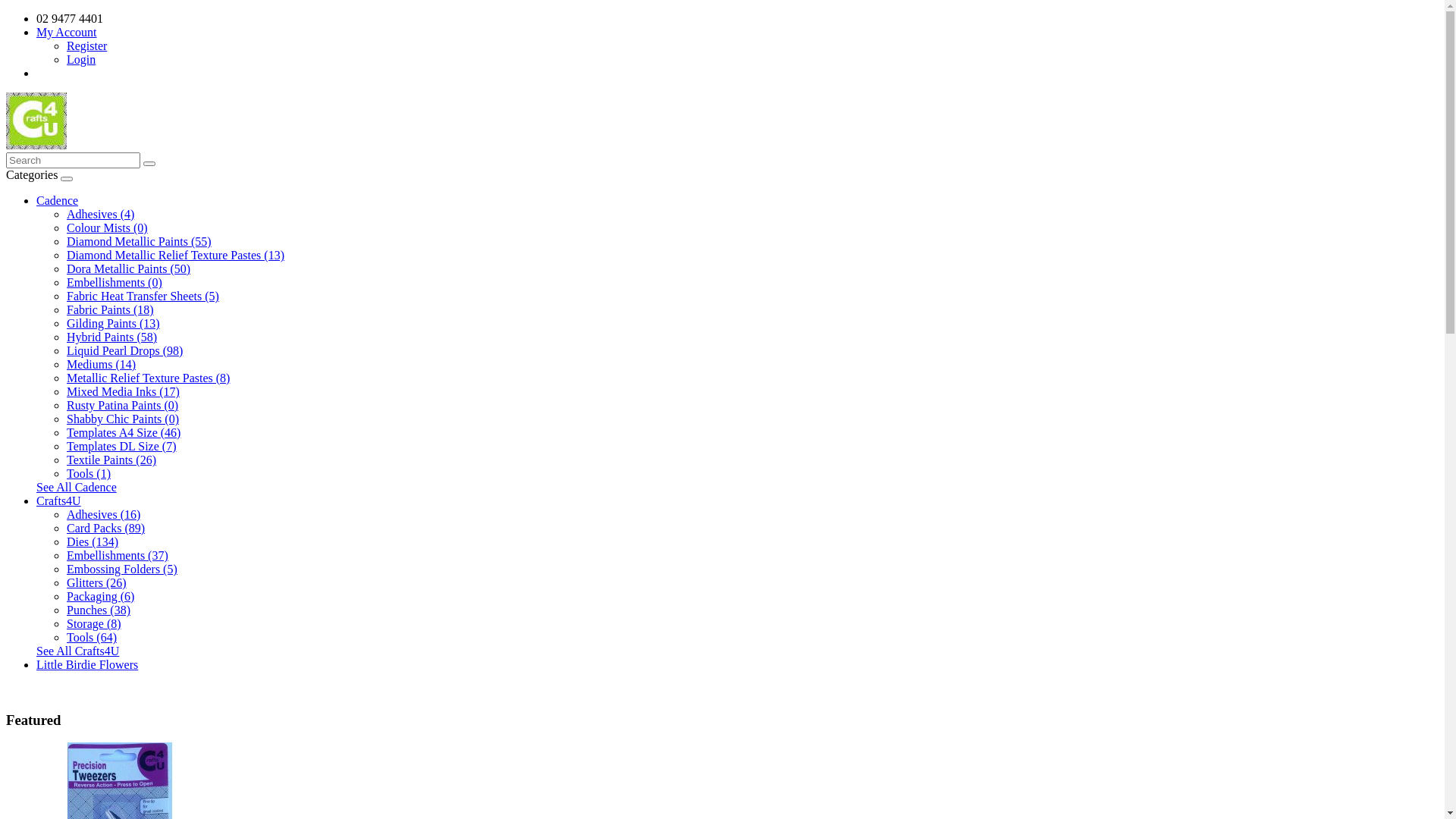  Describe the element at coordinates (77, 650) in the screenshot. I see `'See All Crafts4U'` at that location.